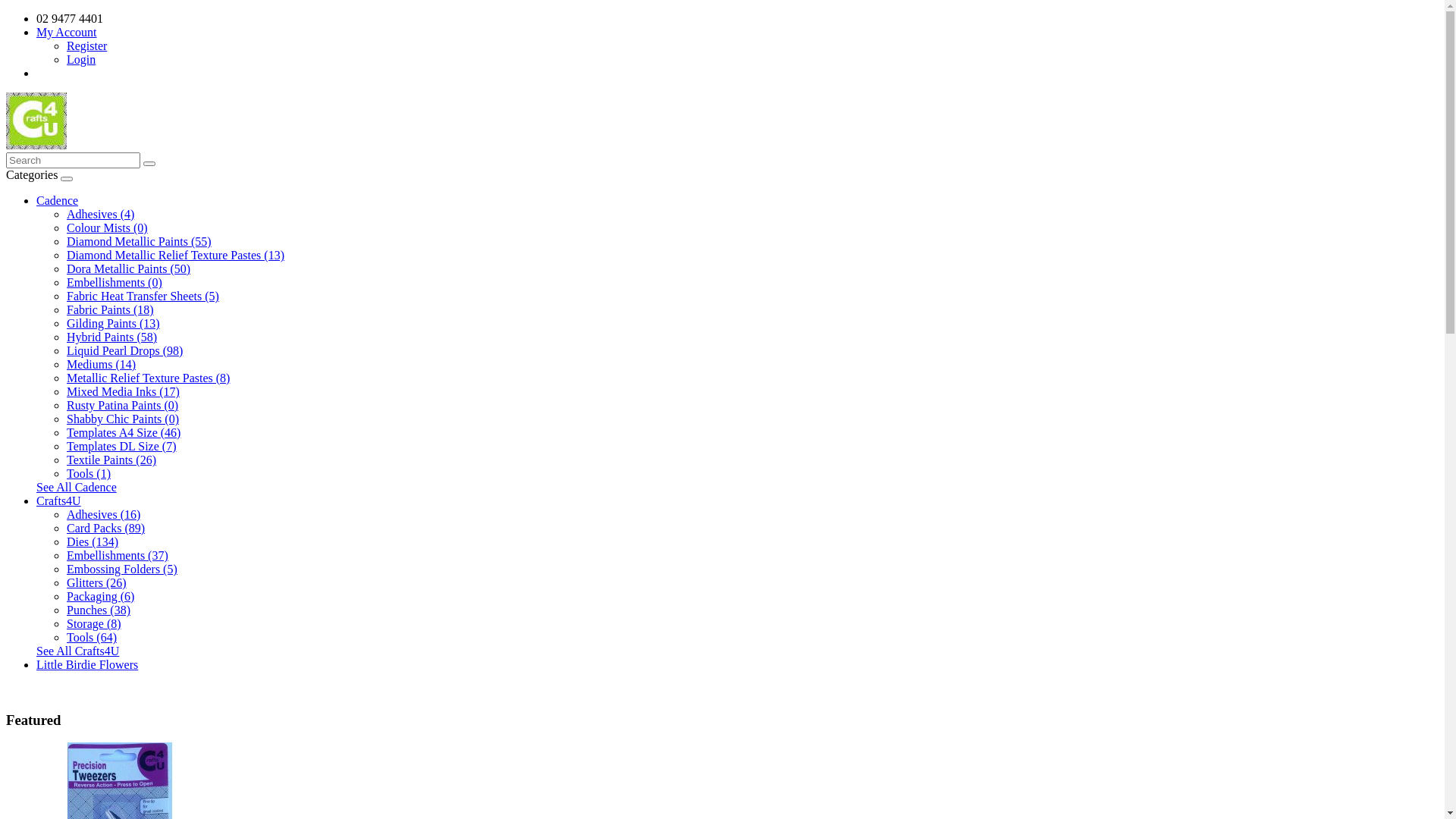  Describe the element at coordinates (77, 650) in the screenshot. I see `'See All Crafts4U'` at that location.